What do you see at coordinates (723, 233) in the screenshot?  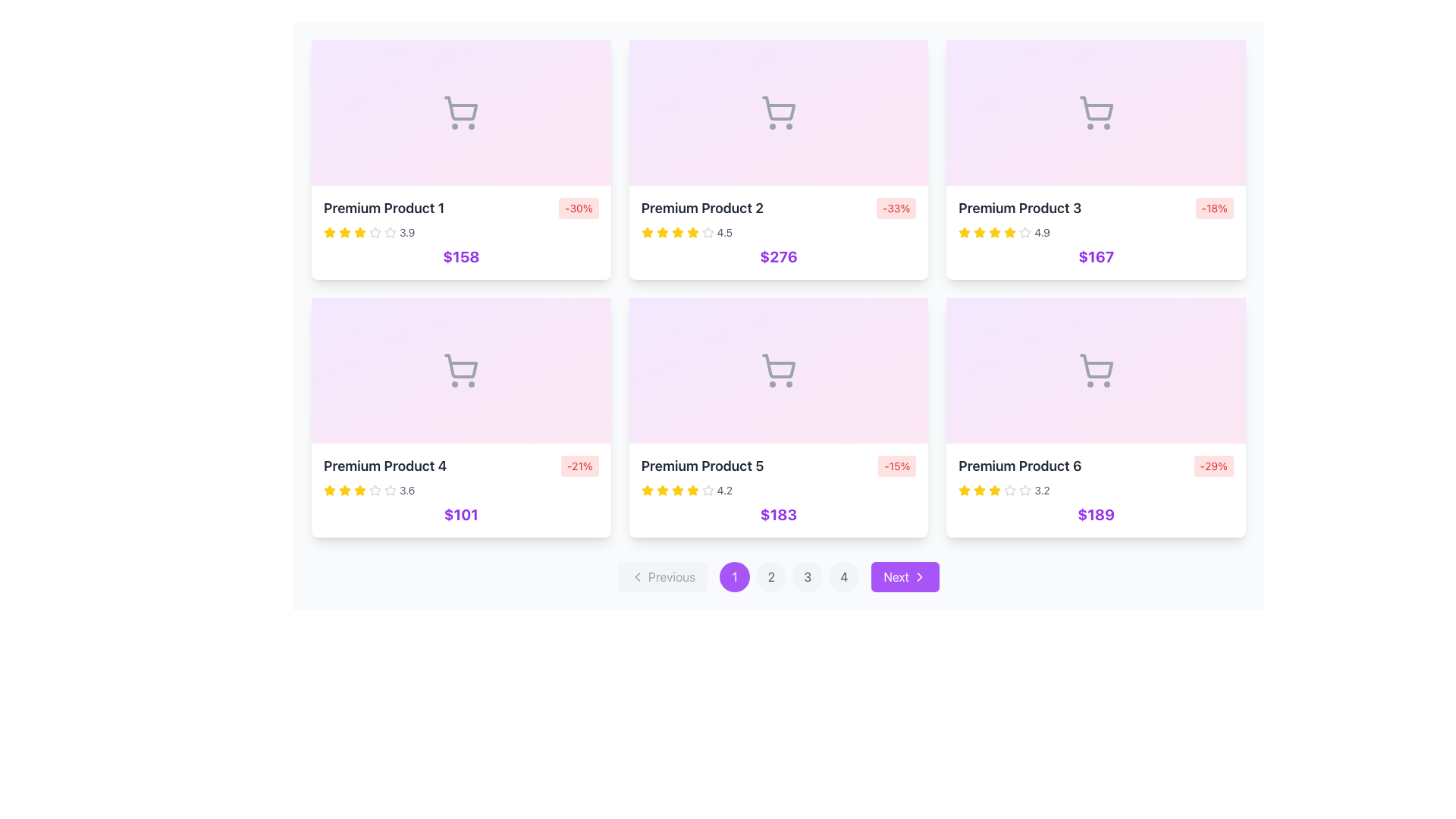 I see `the static text display showing '4.5' in gray color, positioned next to the yellow star-shaped rating icons in the second product card of the second row` at bounding box center [723, 233].